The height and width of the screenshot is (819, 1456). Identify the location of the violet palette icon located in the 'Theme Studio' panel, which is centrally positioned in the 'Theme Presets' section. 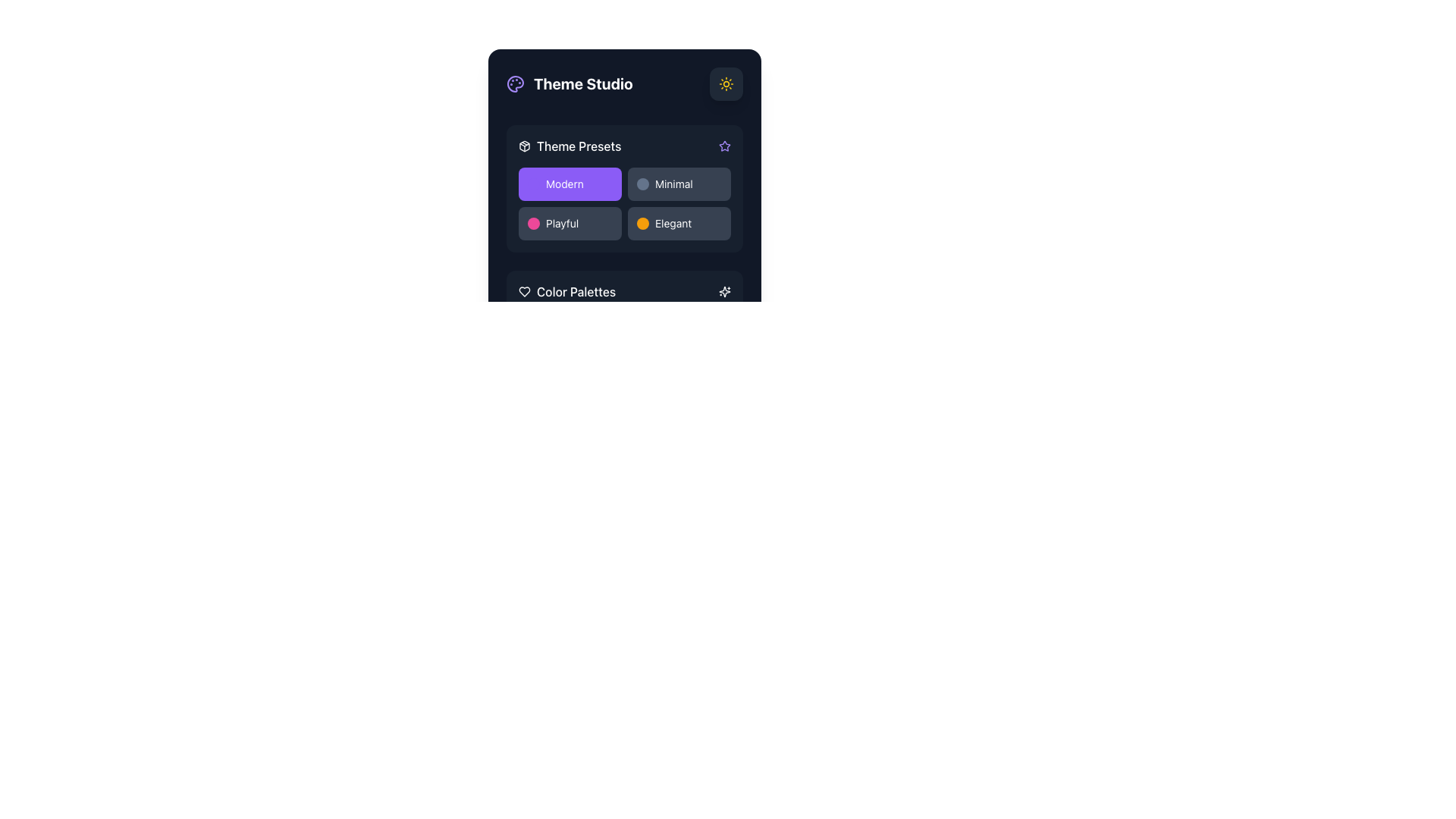
(516, 84).